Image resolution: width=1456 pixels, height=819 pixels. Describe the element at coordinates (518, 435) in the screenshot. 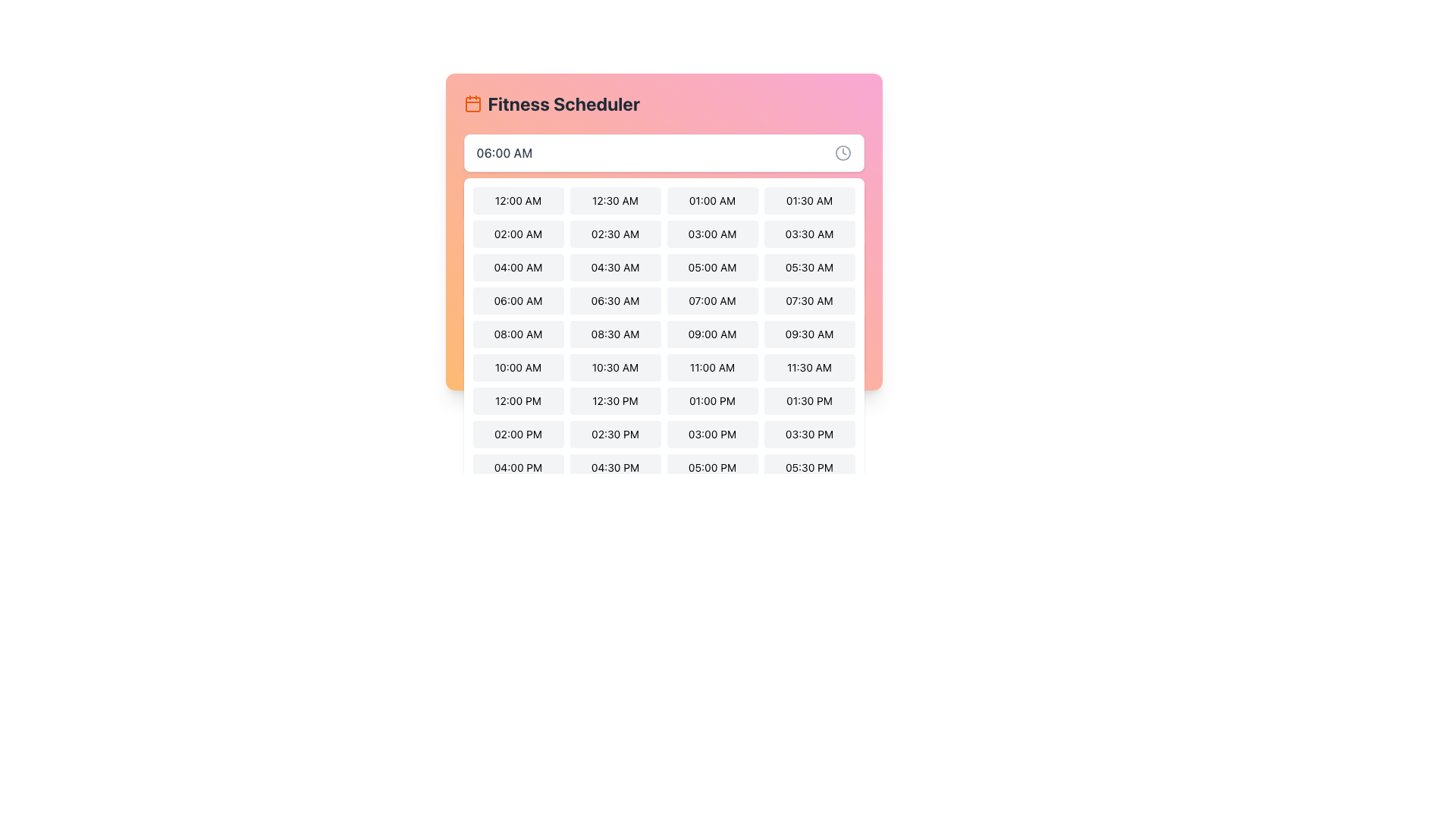

I see `the button displaying '02:00 PM'` at that location.